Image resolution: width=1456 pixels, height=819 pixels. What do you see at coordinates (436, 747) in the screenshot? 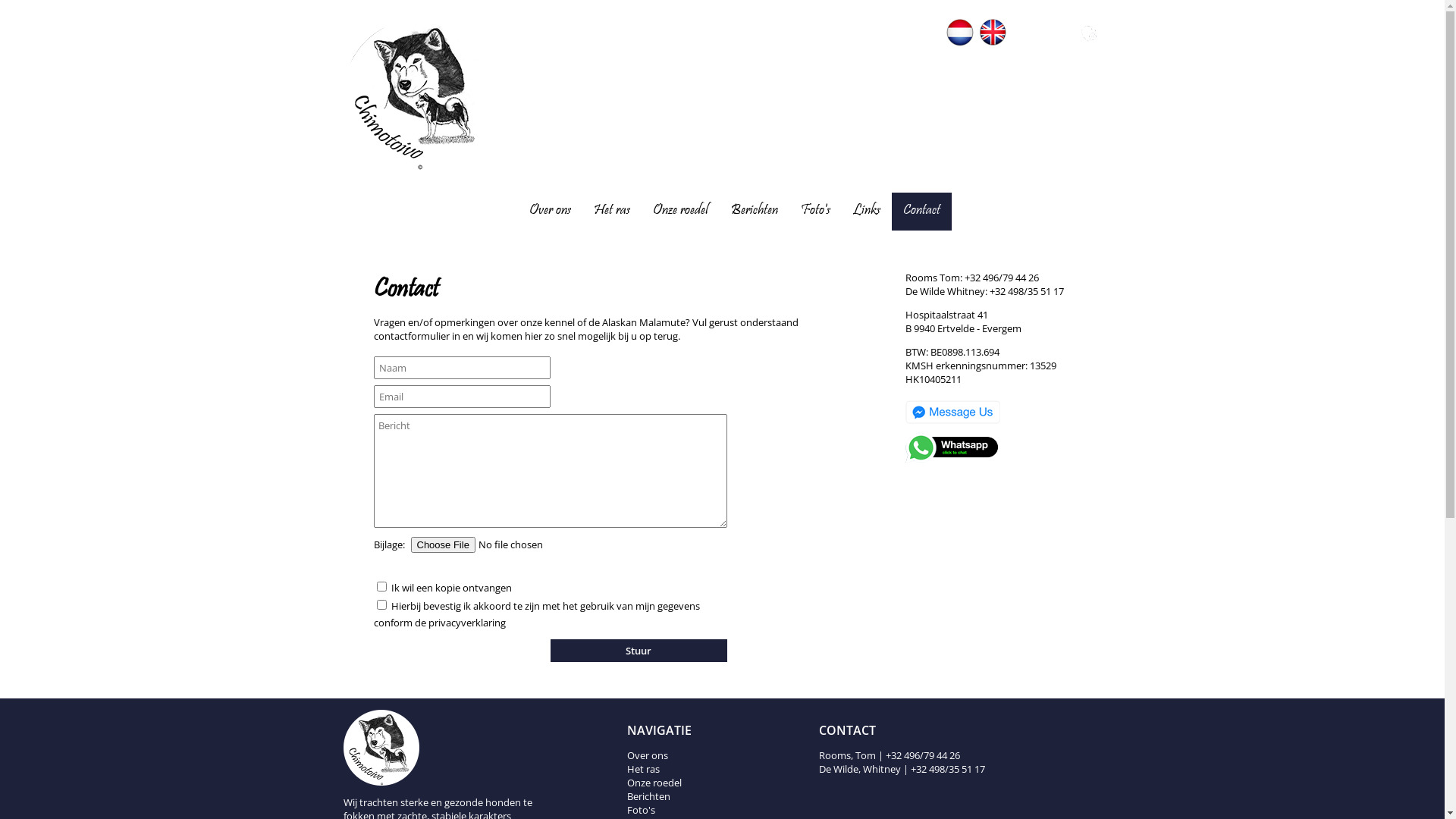
I see `'Chimotoivo Alaskan Malamute'` at bounding box center [436, 747].